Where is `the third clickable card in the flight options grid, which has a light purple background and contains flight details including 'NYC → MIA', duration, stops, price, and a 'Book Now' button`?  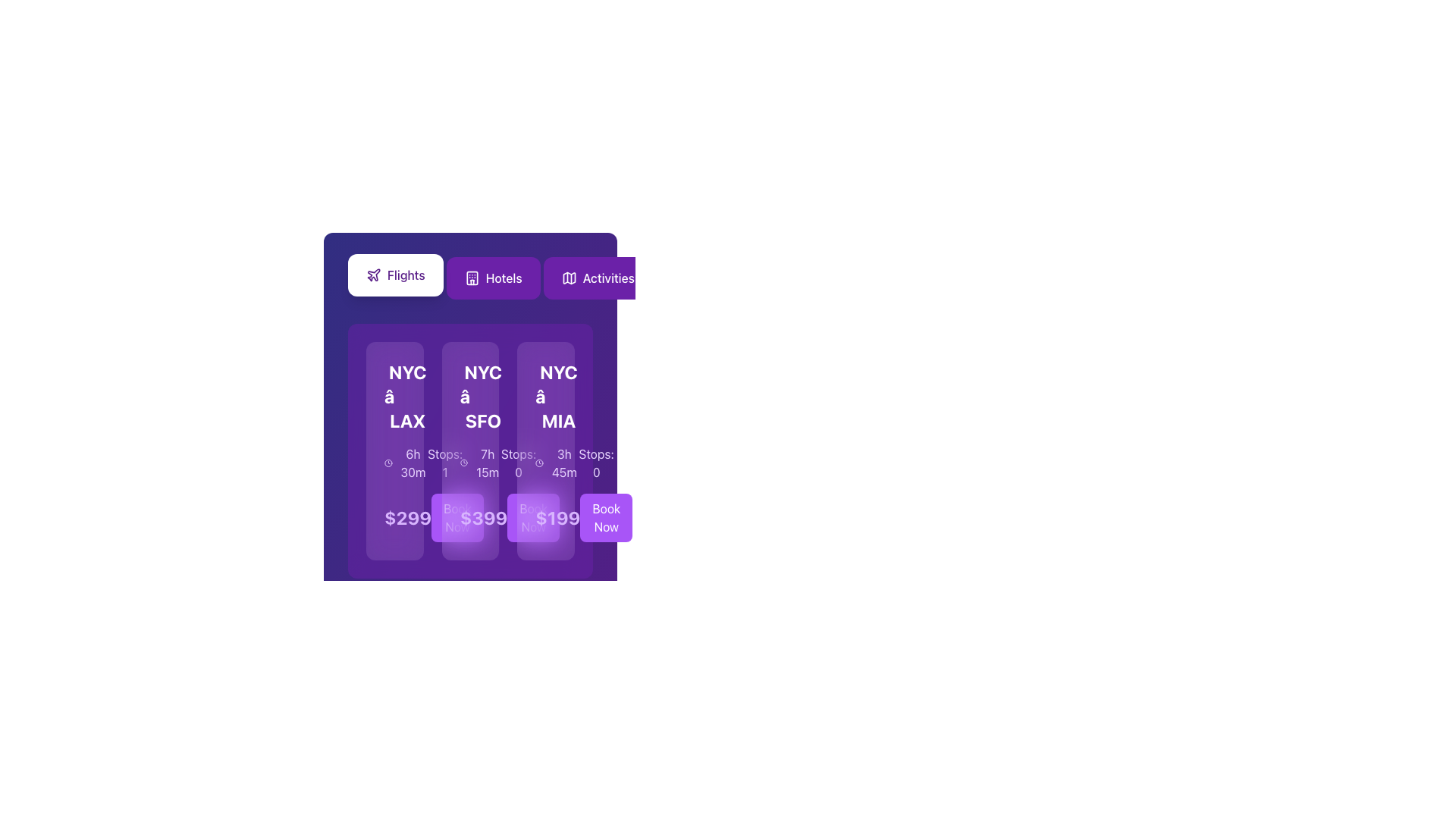
the third clickable card in the flight options grid, which has a light purple background and contains flight details including 'NYC → MIA', duration, stops, price, and a 'Book Now' button is located at coordinates (546, 450).